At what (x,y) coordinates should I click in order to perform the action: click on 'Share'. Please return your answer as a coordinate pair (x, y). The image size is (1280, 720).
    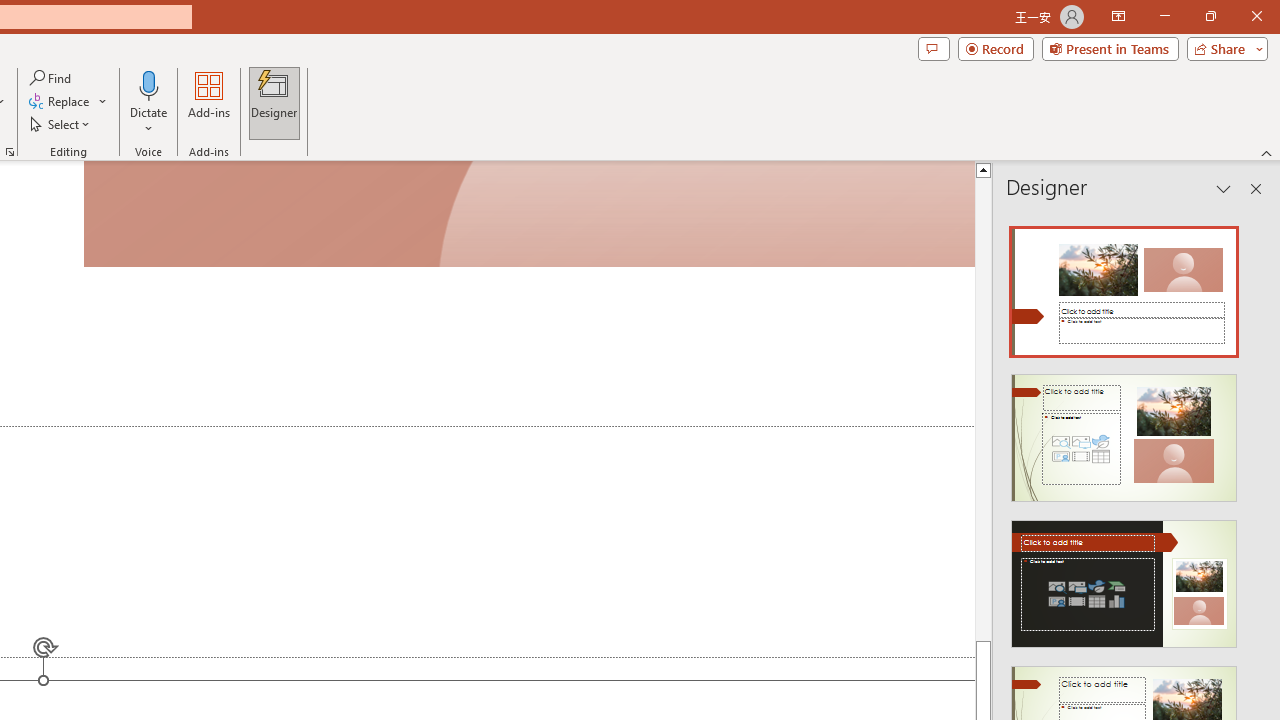
    Looking at the image, I should click on (1222, 47).